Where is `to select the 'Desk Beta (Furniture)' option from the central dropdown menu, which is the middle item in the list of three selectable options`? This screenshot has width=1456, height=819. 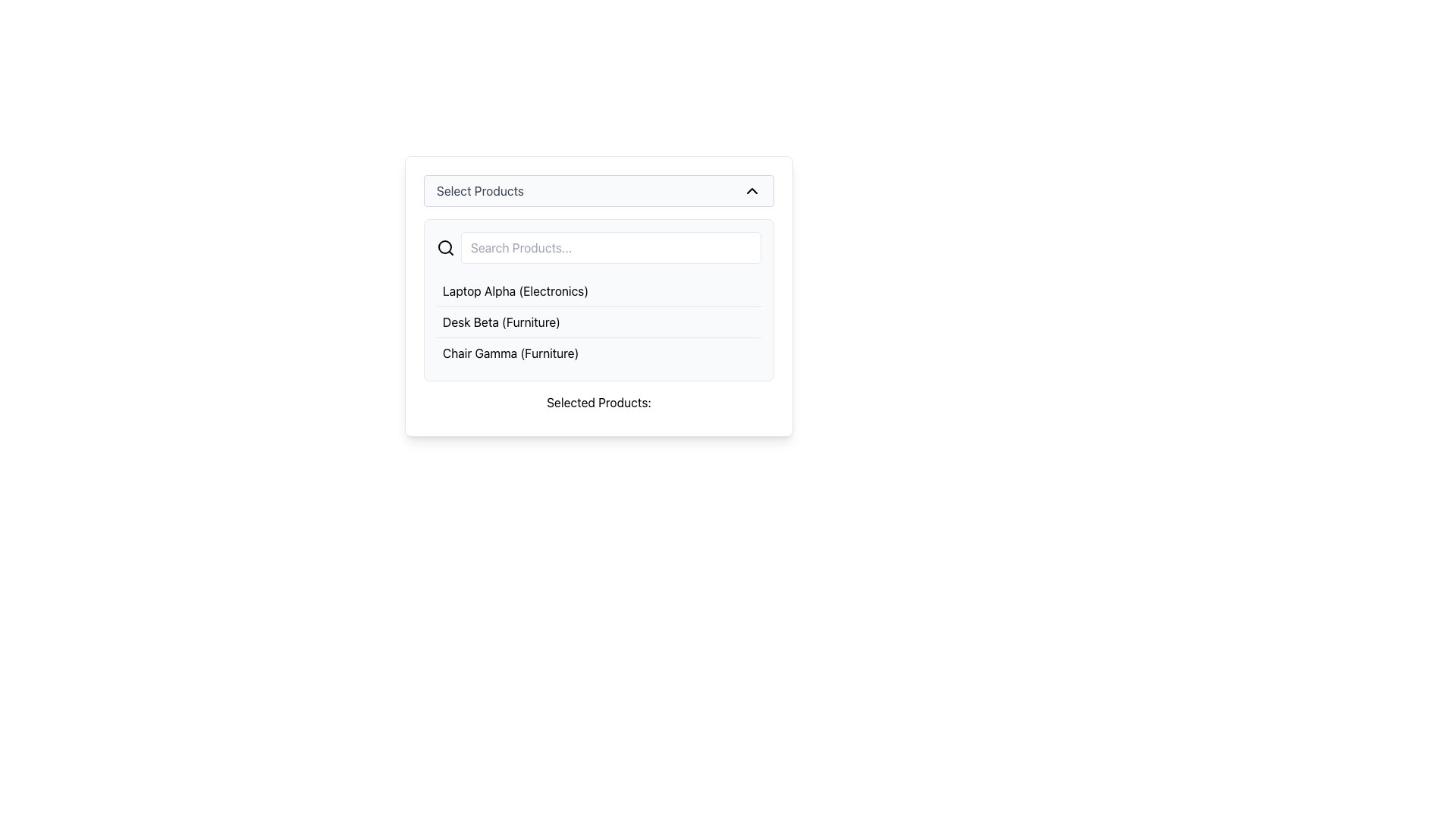
to select the 'Desk Beta (Furniture)' option from the central dropdown menu, which is the middle item in the list of three selectable options is located at coordinates (598, 321).